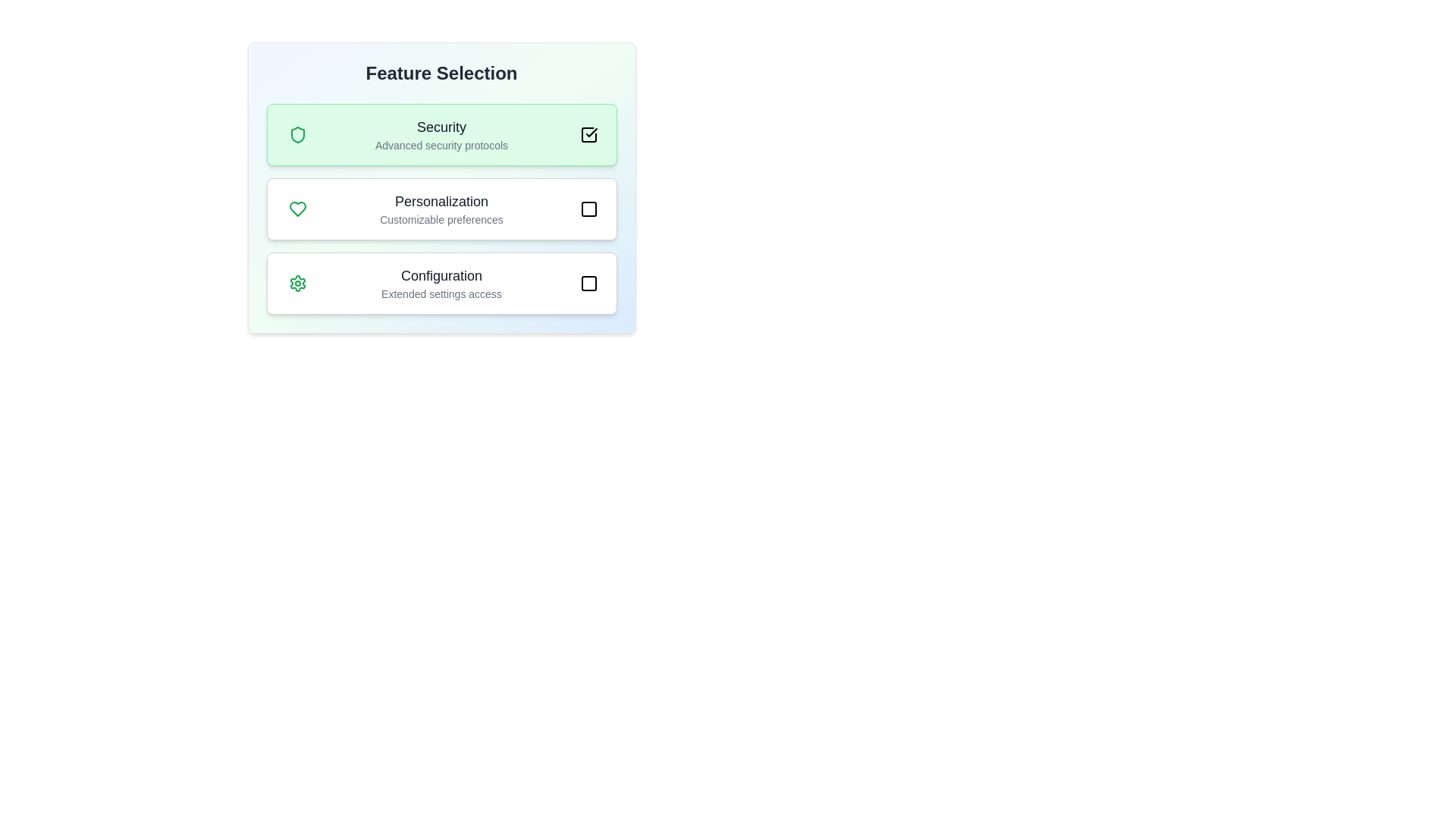  What do you see at coordinates (588, 284) in the screenshot?
I see `the checkbox located in the bottom-right corner of the Configuration selection panel` at bounding box center [588, 284].